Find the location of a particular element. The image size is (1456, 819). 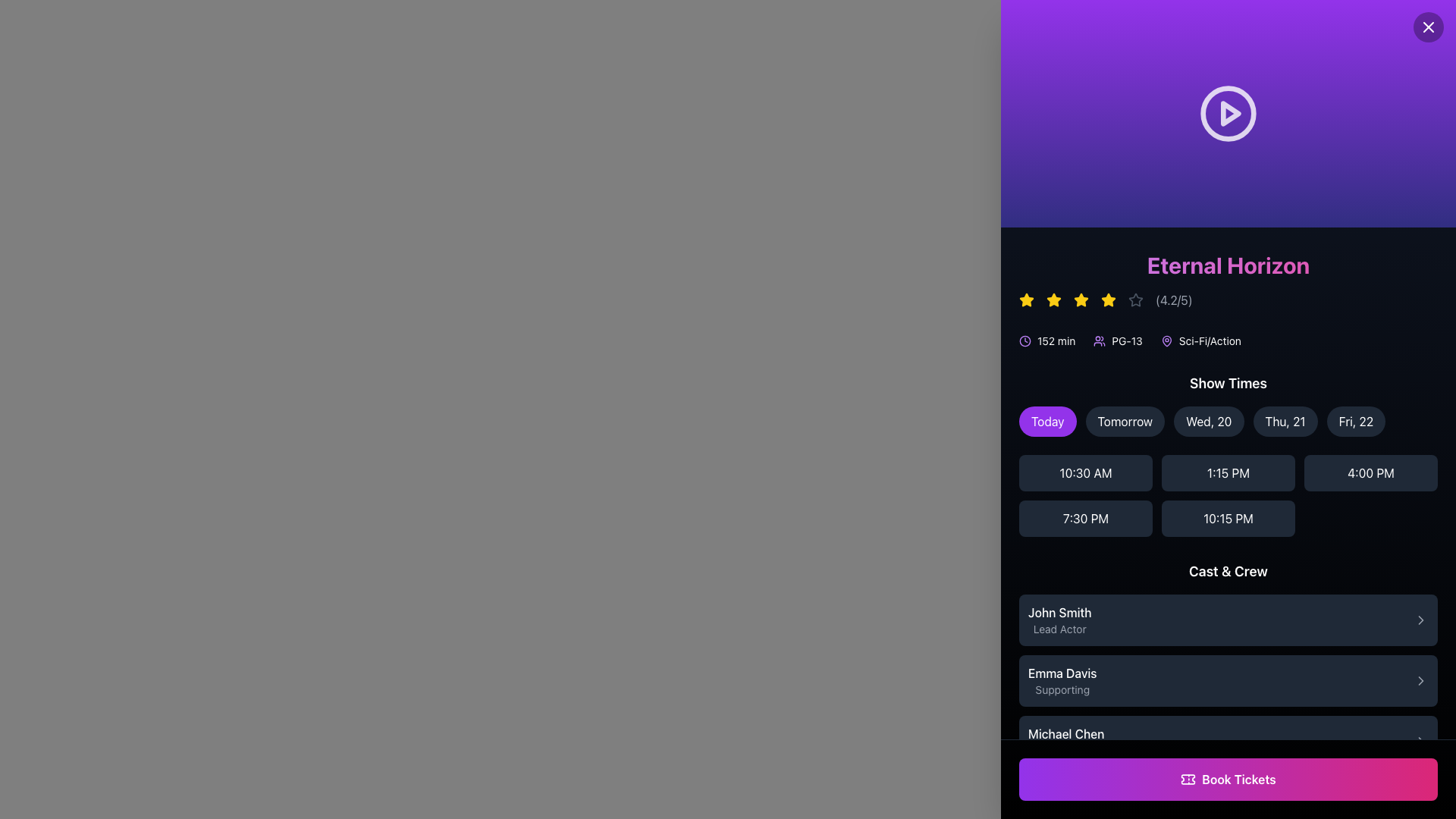

the List item representing 'John Smith' in the 'Cast & Crew' section for further actions is located at coordinates (1228, 620).